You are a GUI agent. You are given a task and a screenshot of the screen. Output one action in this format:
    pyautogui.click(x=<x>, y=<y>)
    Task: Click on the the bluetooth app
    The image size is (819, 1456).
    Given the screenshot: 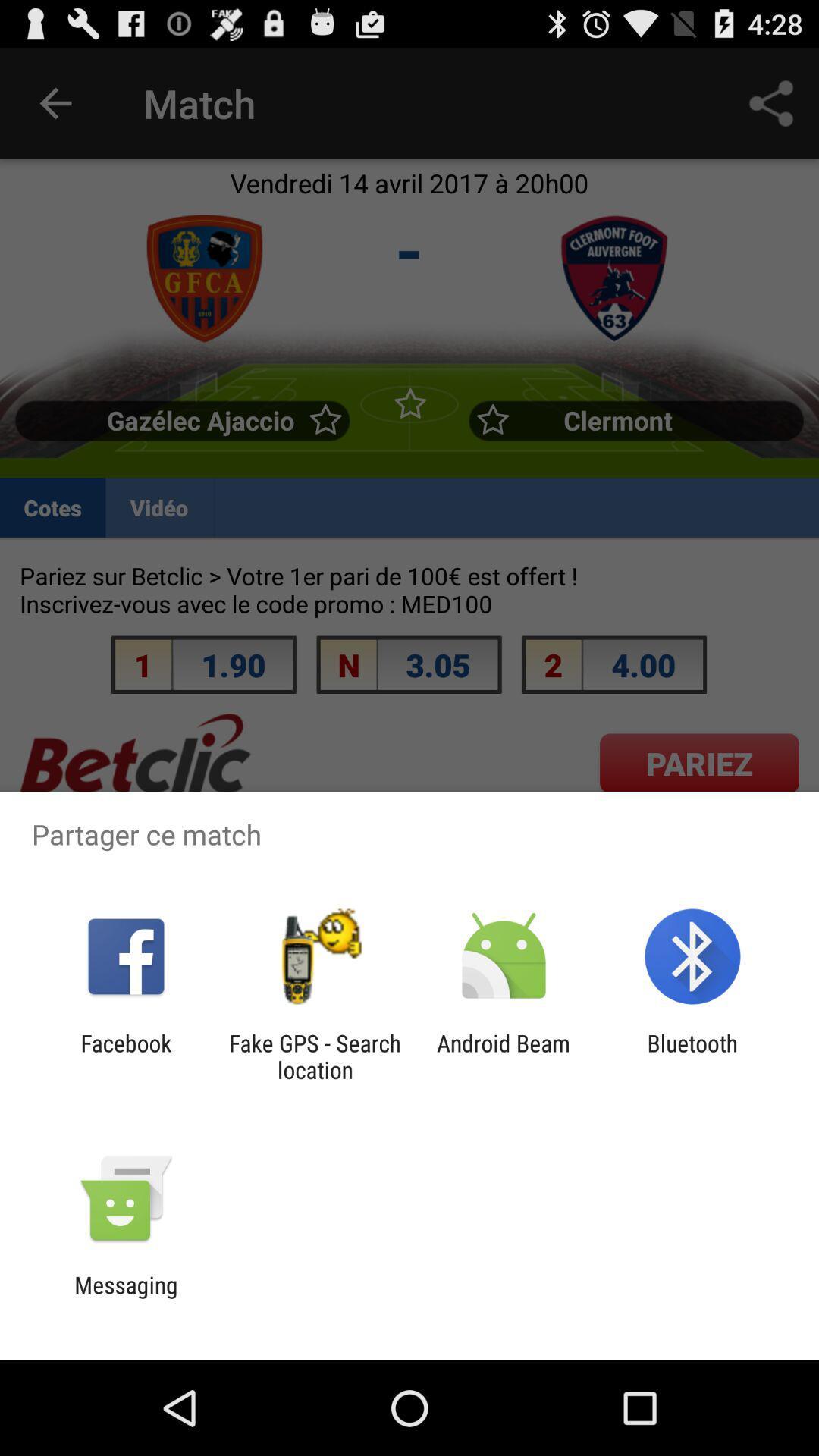 What is the action you would take?
    pyautogui.click(x=692, y=1056)
    